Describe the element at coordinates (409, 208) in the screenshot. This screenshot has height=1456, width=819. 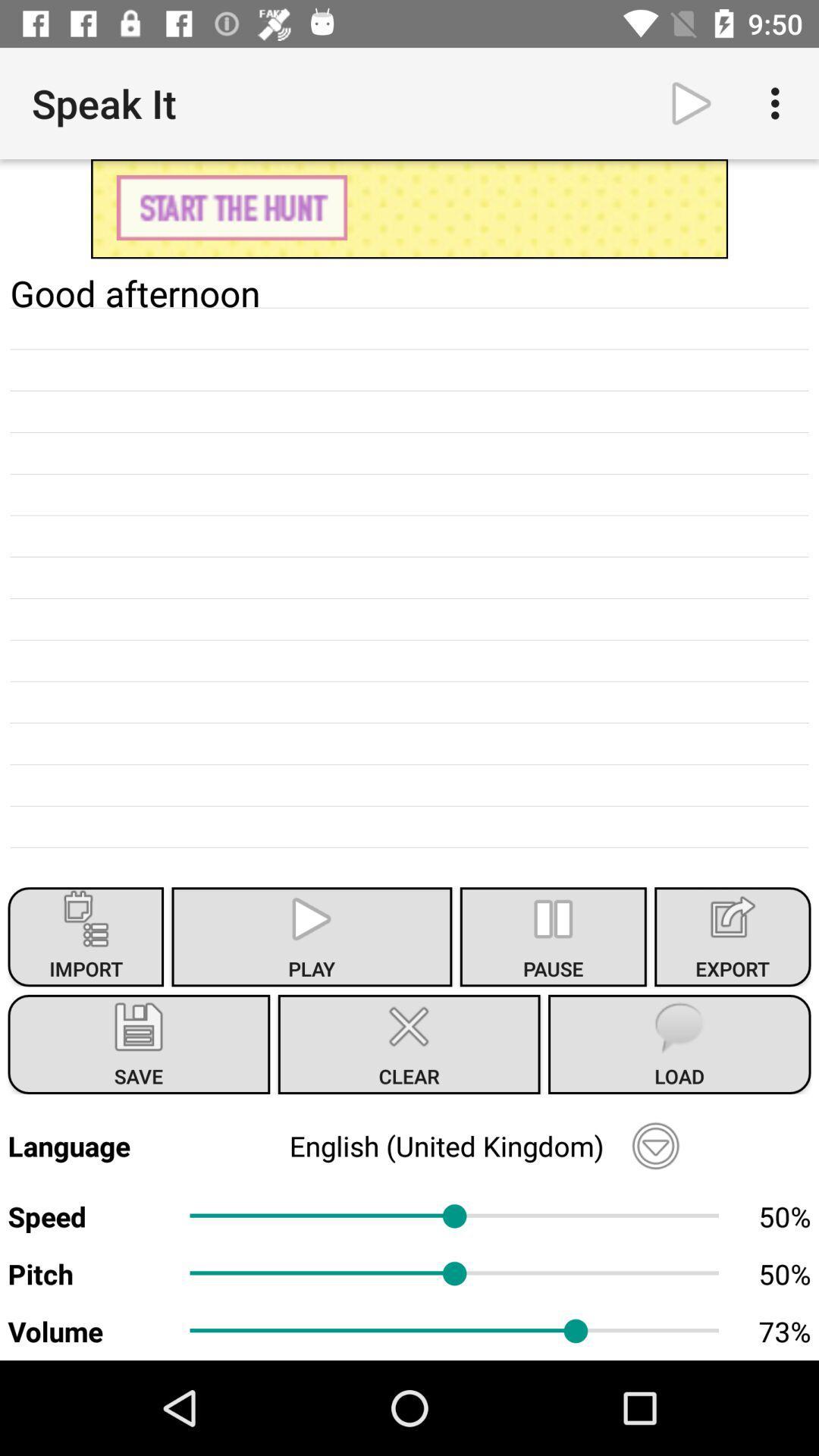
I see `visit advertisement` at that location.